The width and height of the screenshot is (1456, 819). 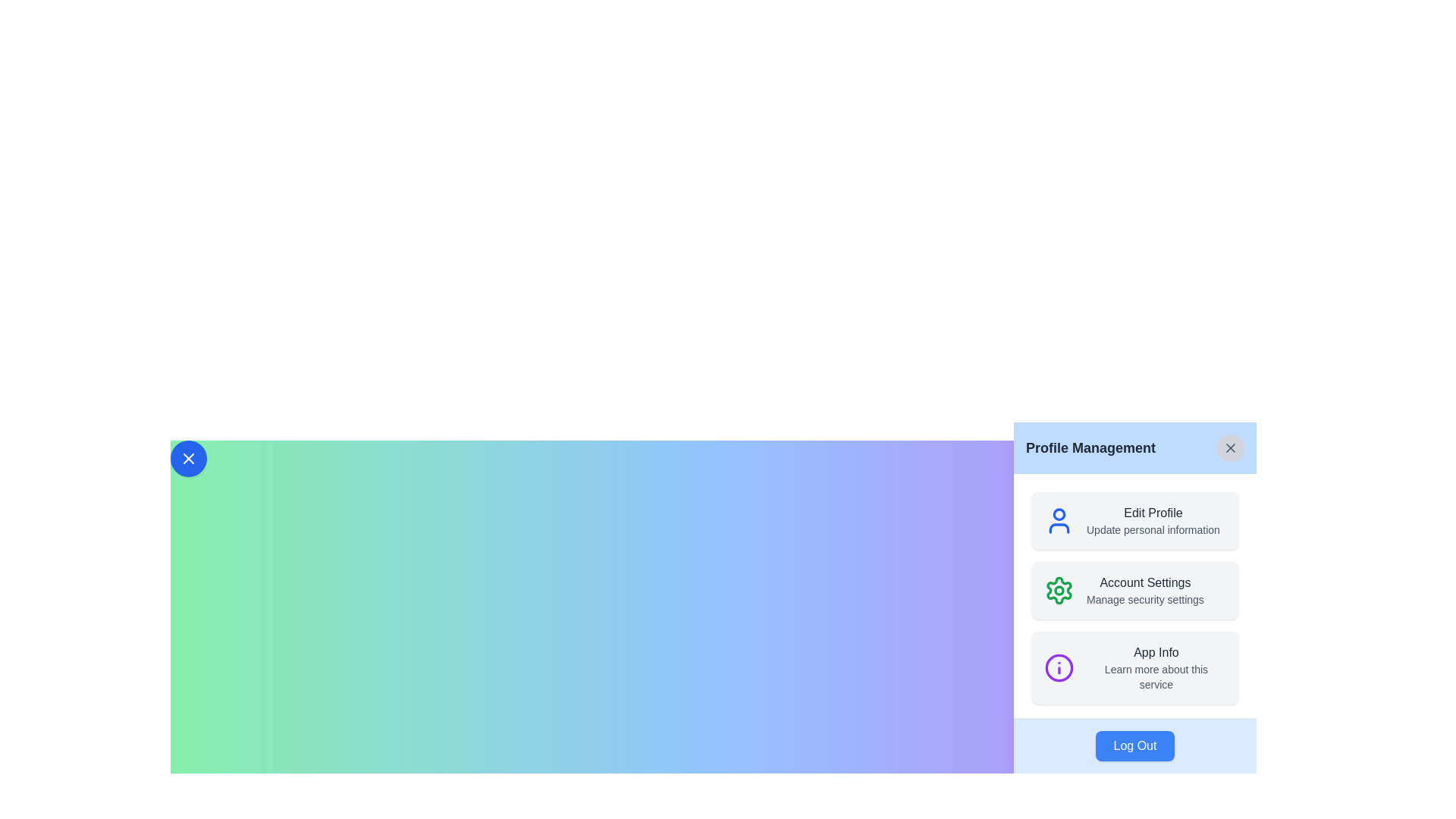 What do you see at coordinates (1156, 676) in the screenshot?
I see `the text label displaying 'Learn more about this service' which is located beneath the 'App Info' label in the Profile Management panel` at bounding box center [1156, 676].